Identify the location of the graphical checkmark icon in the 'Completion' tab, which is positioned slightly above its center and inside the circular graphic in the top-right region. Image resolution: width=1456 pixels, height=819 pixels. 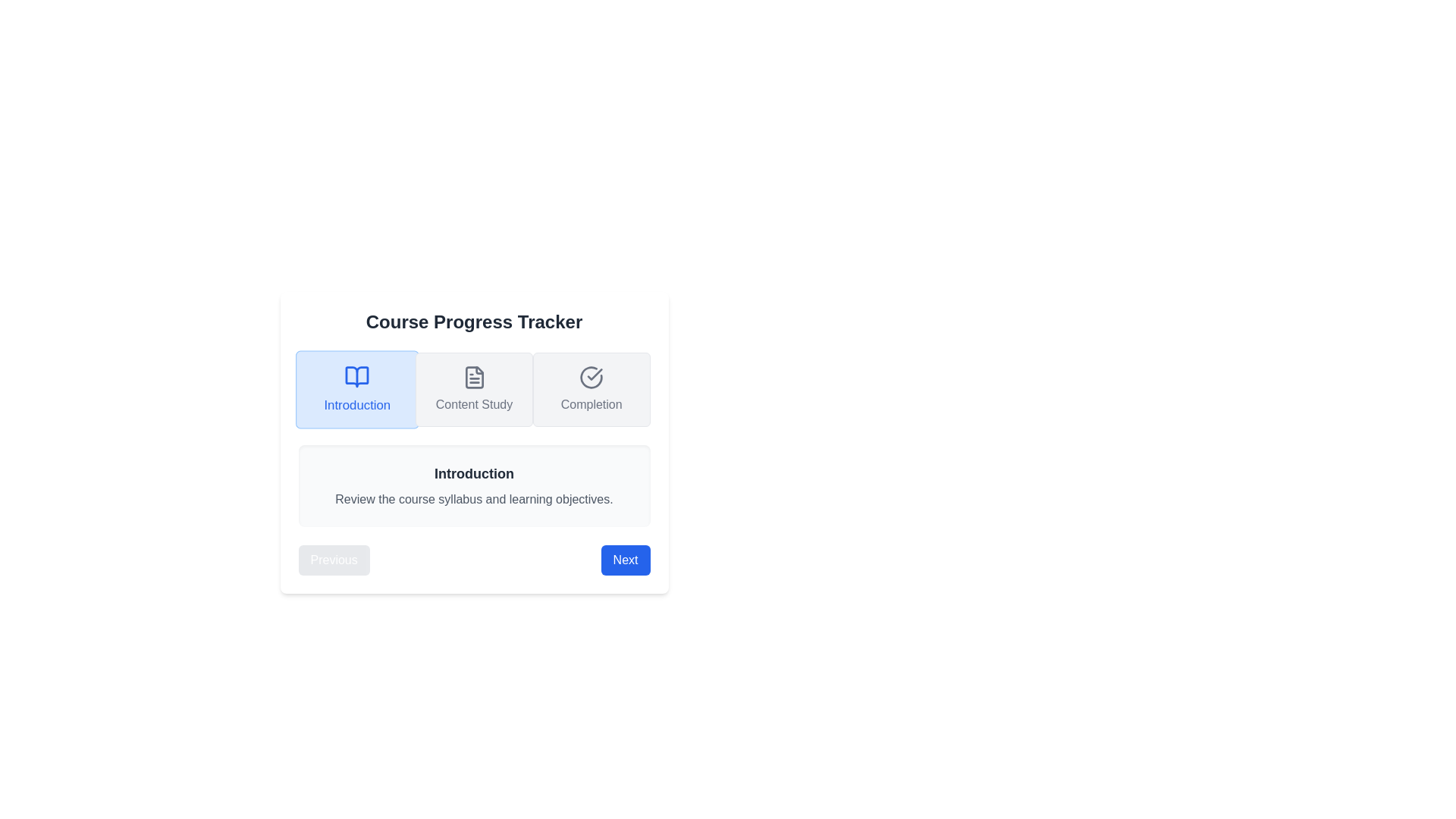
(594, 374).